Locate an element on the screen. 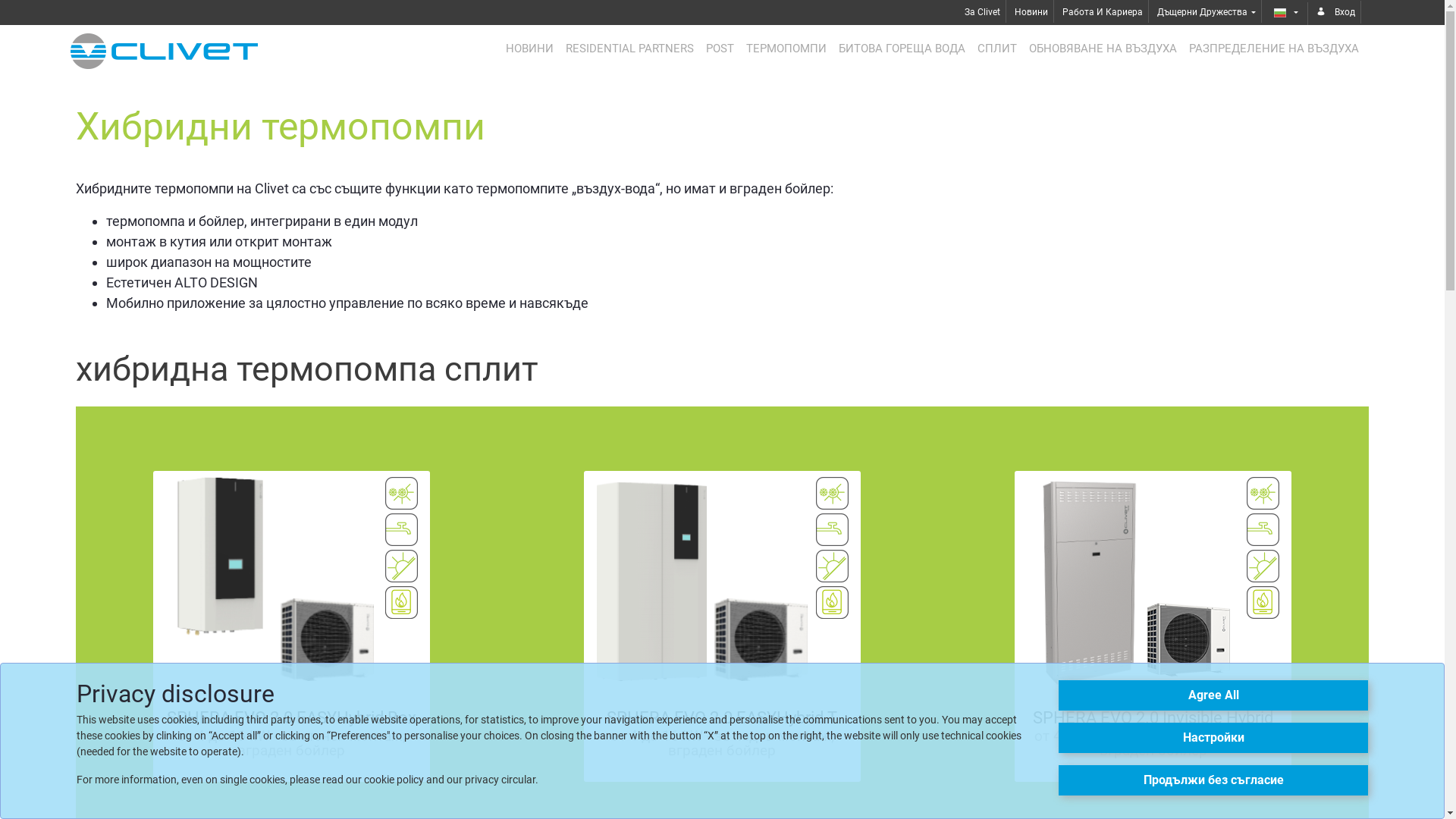 This screenshot has width=1456, height=819. 'POST' is located at coordinates (719, 48).